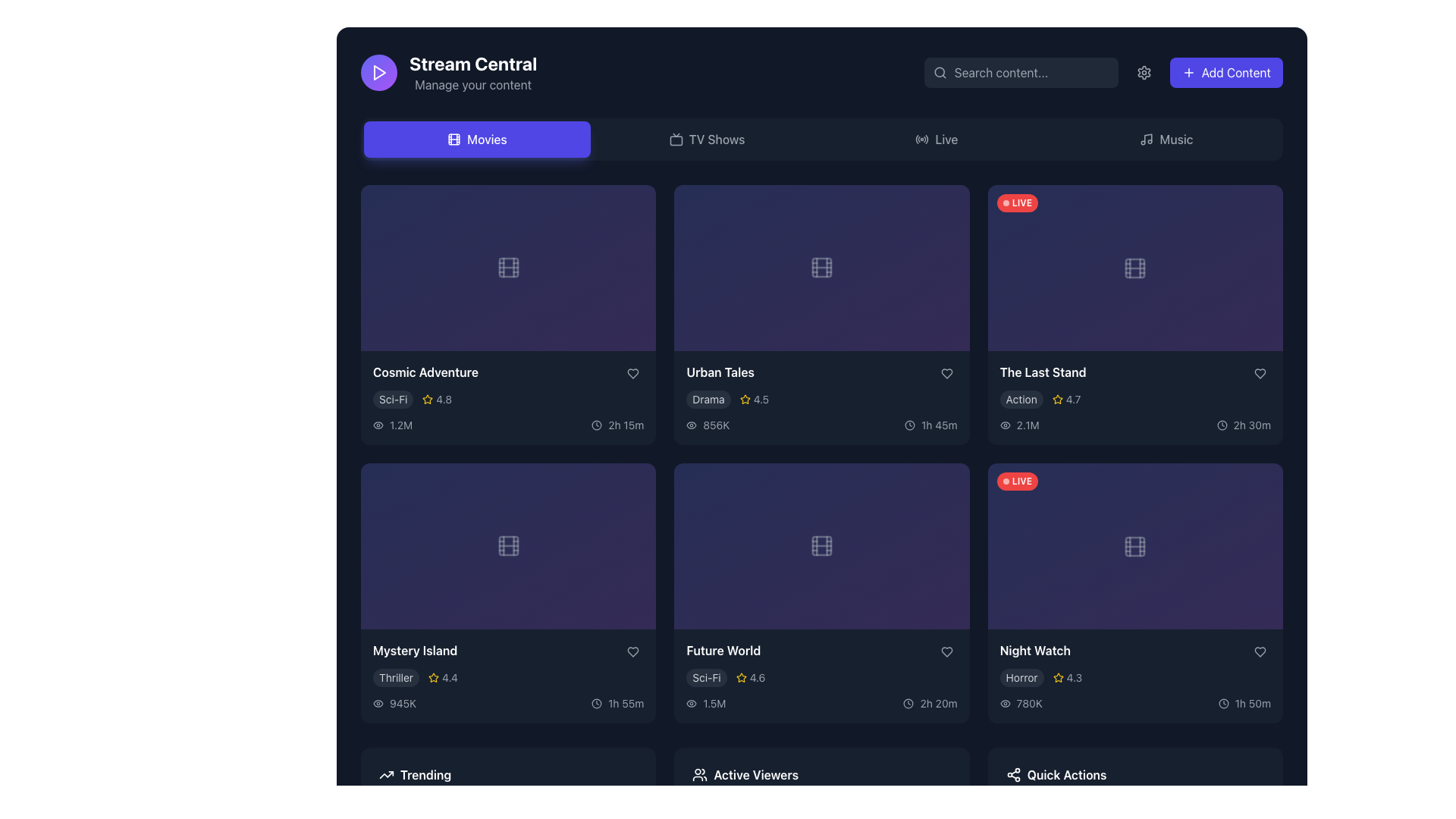 This screenshot has height=819, width=1456. I want to click on the SVG rectangle representing the film reel icon for the movie 'Mystery Island' in the second row and first column of the grid for focus, so click(508, 546).